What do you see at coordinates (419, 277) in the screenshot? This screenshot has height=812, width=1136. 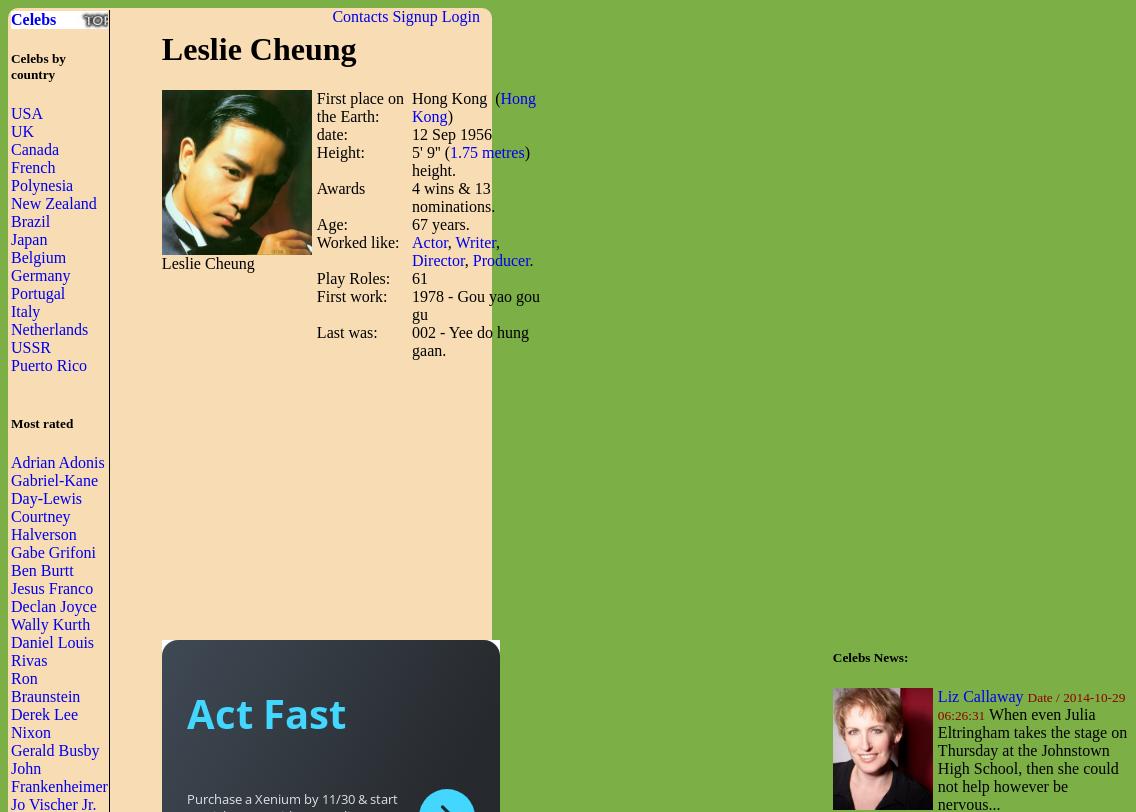 I see `'61'` at bounding box center [419, 277].